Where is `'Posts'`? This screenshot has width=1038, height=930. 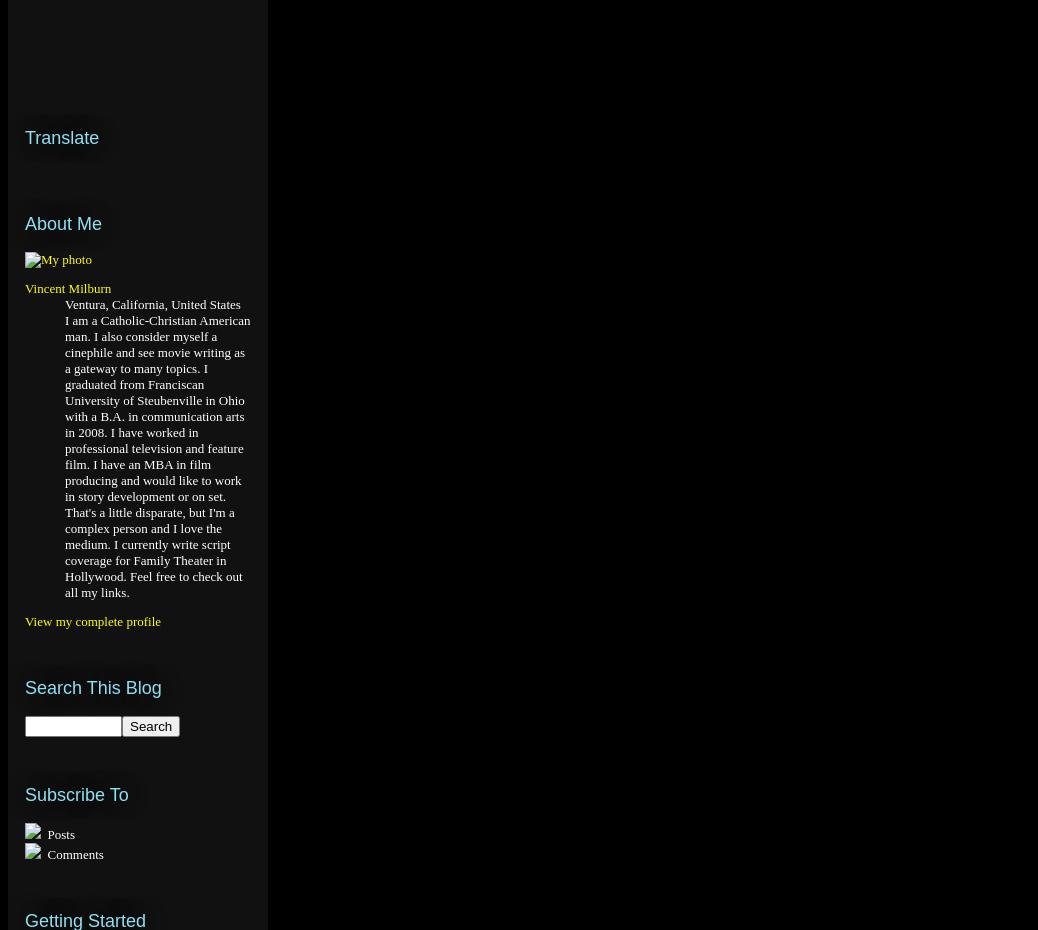 'Posts' is located at coordinates (57, 832).